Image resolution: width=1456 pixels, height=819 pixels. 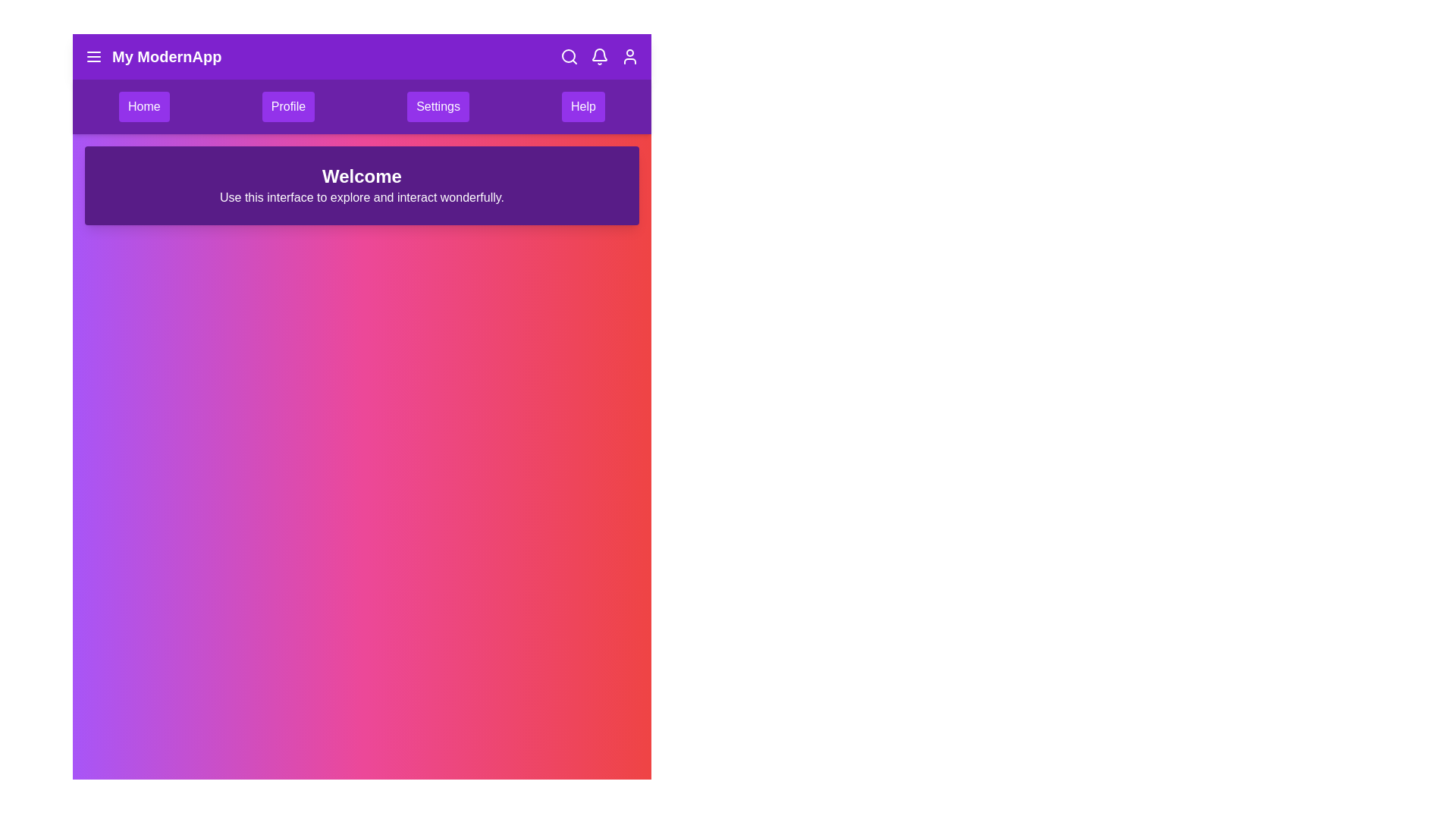 What do you see at coordinates (144, 106) in the screenshot?
I see `the menu item labeled Home to navigate to the corresponding section` at bounding box center [144, 106].